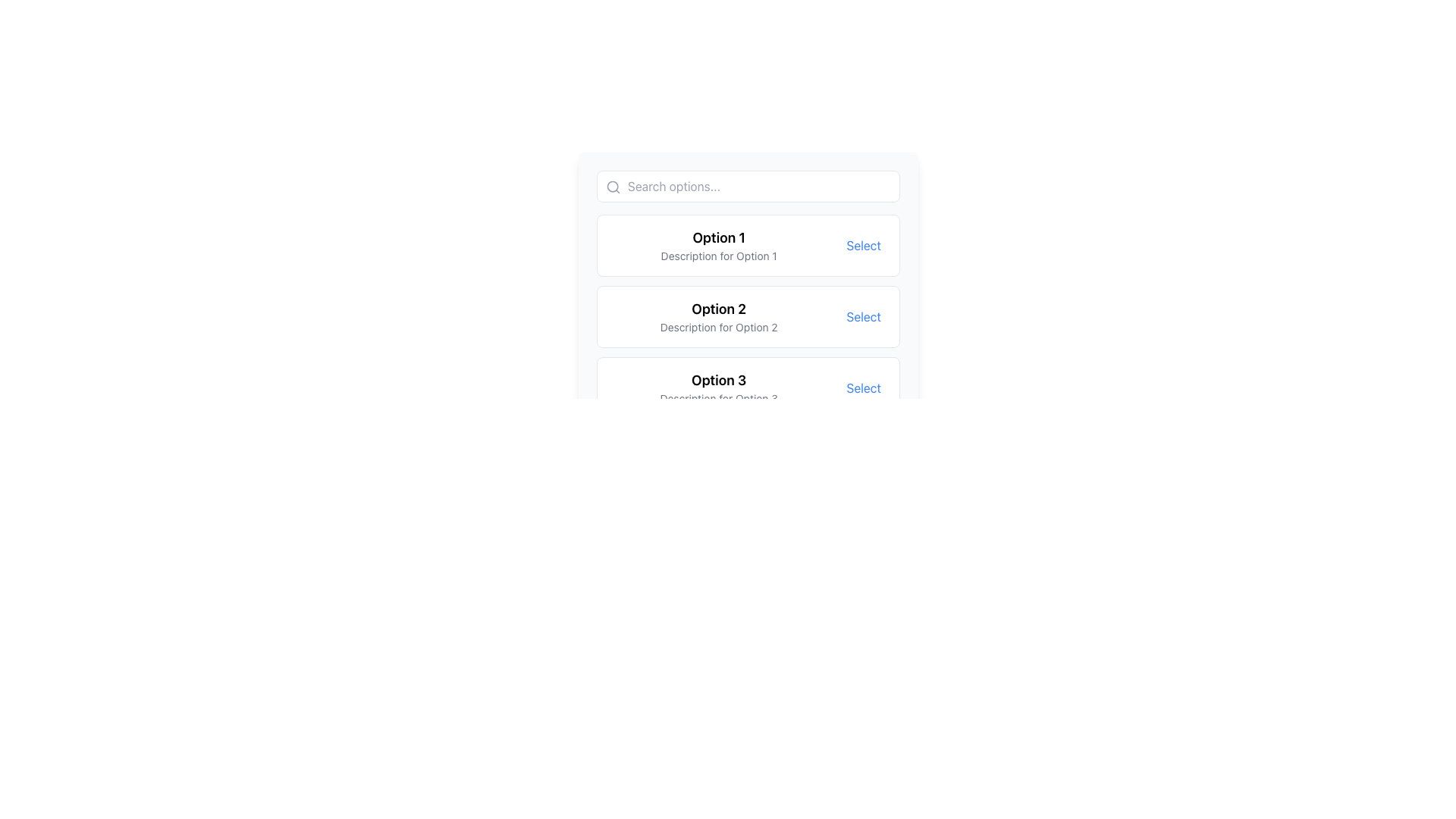 This screenshot has width=1456, height=819. What do you see at coordinates (613, 186) in the screenshot?
I see `the gray magnifying glass icon located on the far left inside the search input field` at bounding box center [613, 186].